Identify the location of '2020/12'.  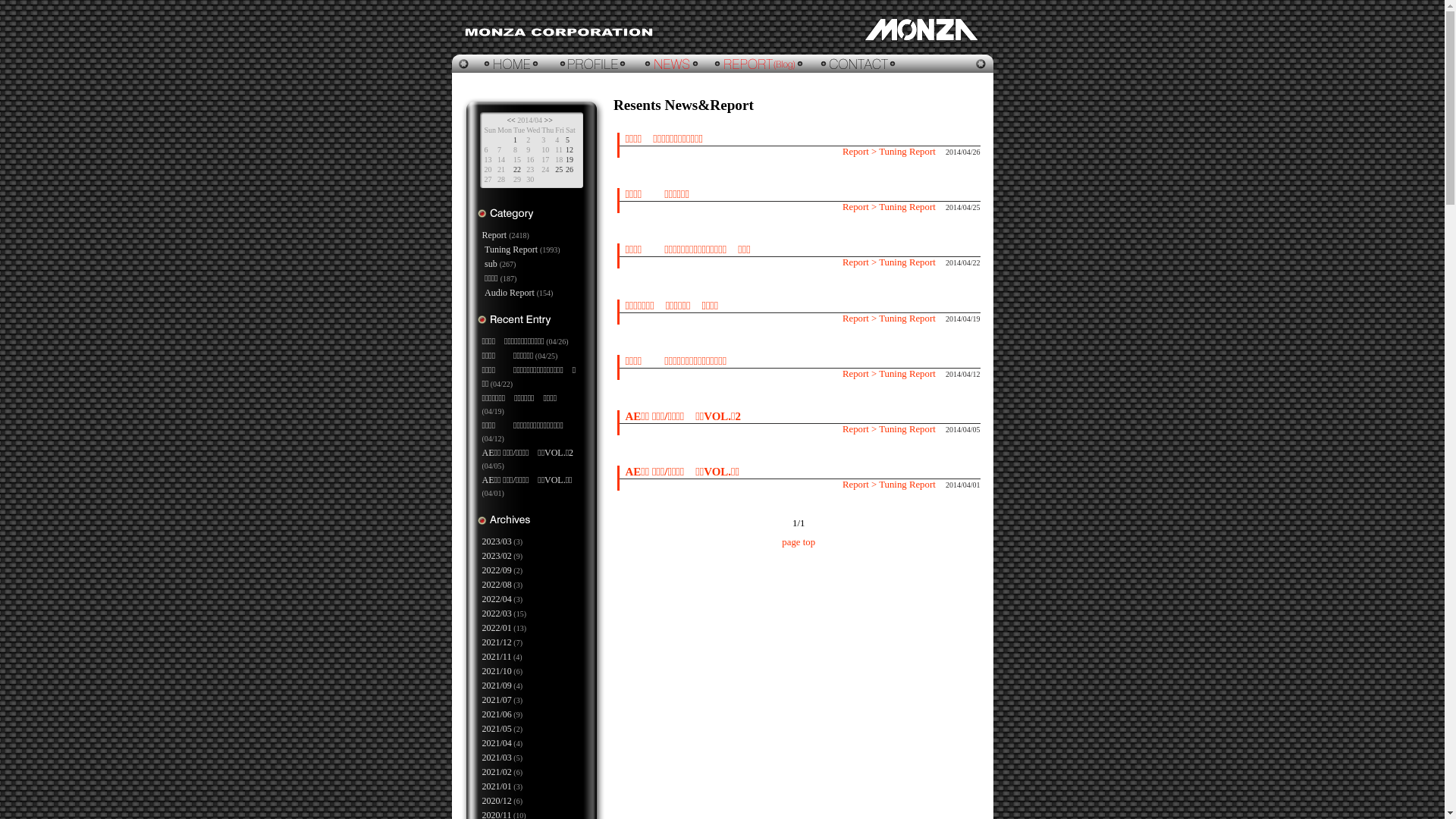
(497, 800).